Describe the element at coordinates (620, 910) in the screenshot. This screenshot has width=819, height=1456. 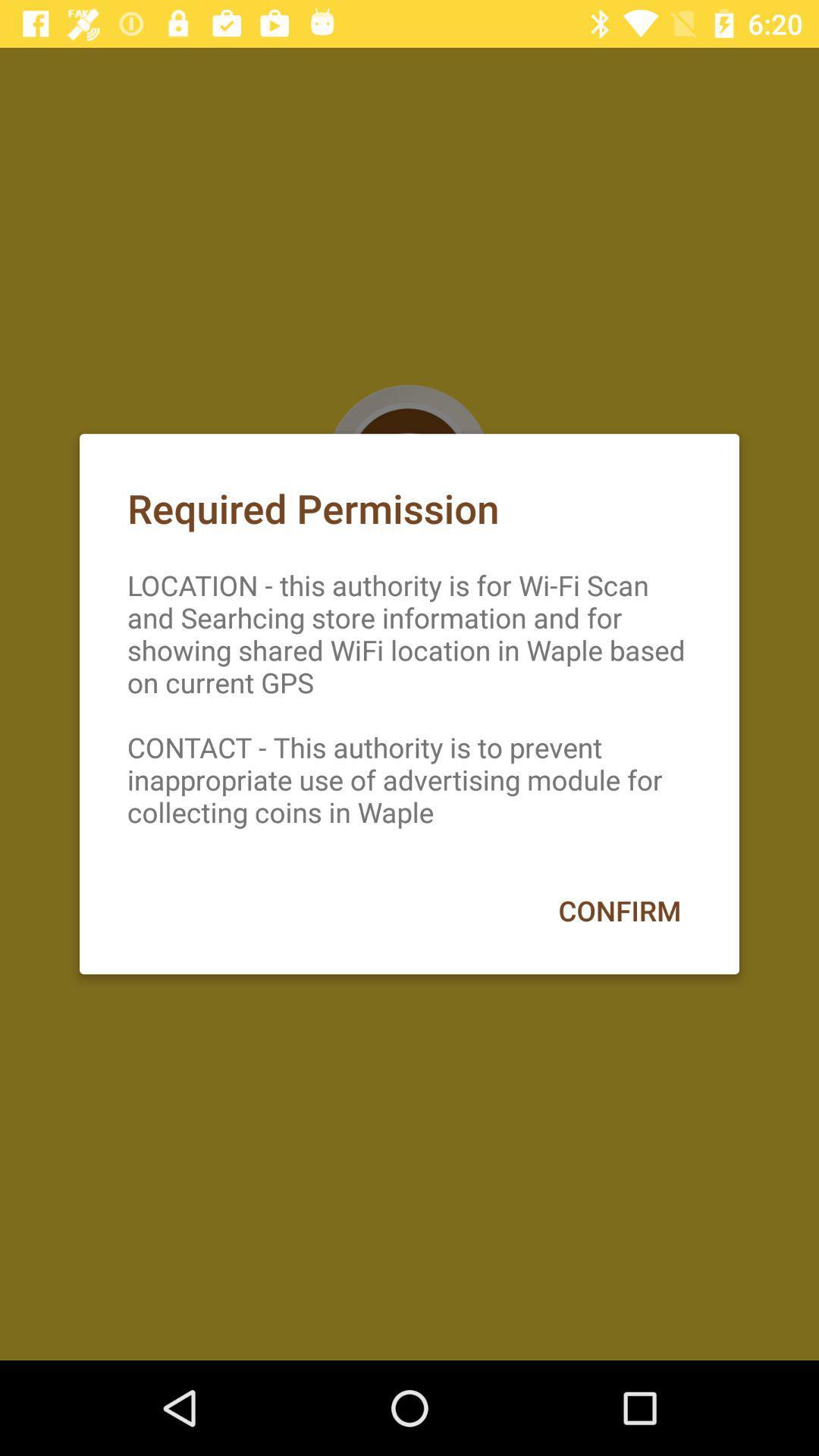
I see `confirm item` at that location.